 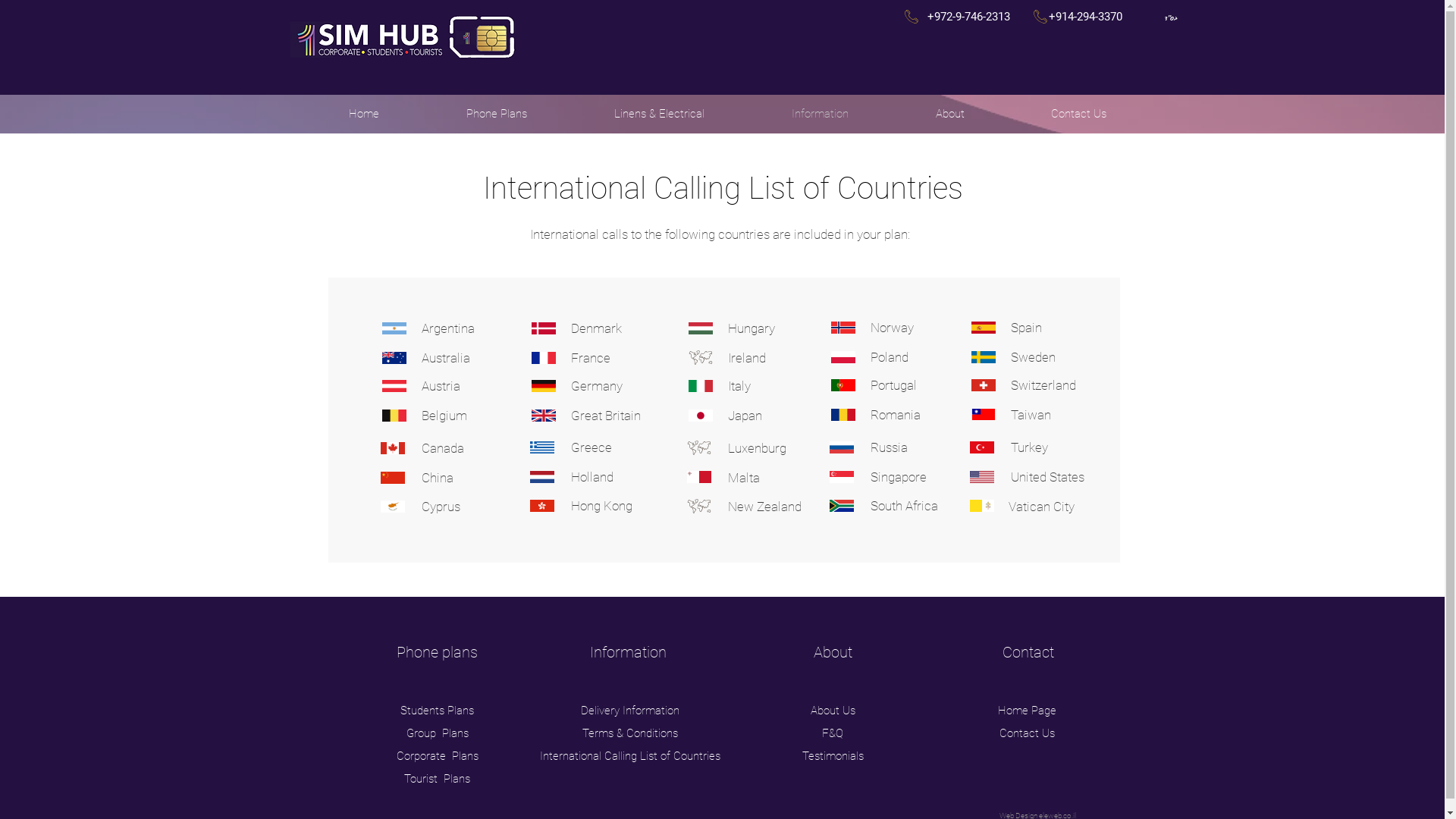 What do you see at coordinates (832, 733) in the screenshot?
I see `'F&Q'` at bounding box center [832, 733].